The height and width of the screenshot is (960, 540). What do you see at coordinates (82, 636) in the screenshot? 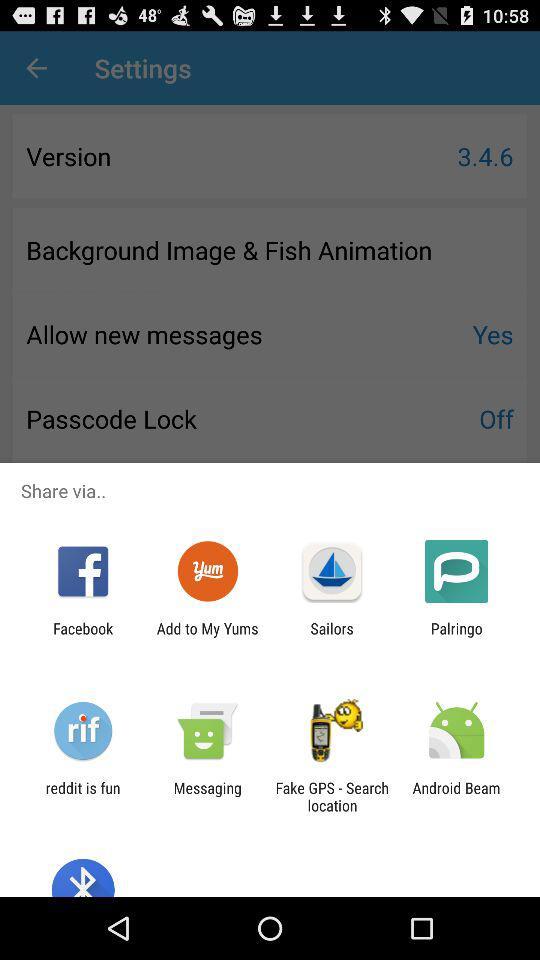
I see `the facebook app` at bounding box center [82, 636].